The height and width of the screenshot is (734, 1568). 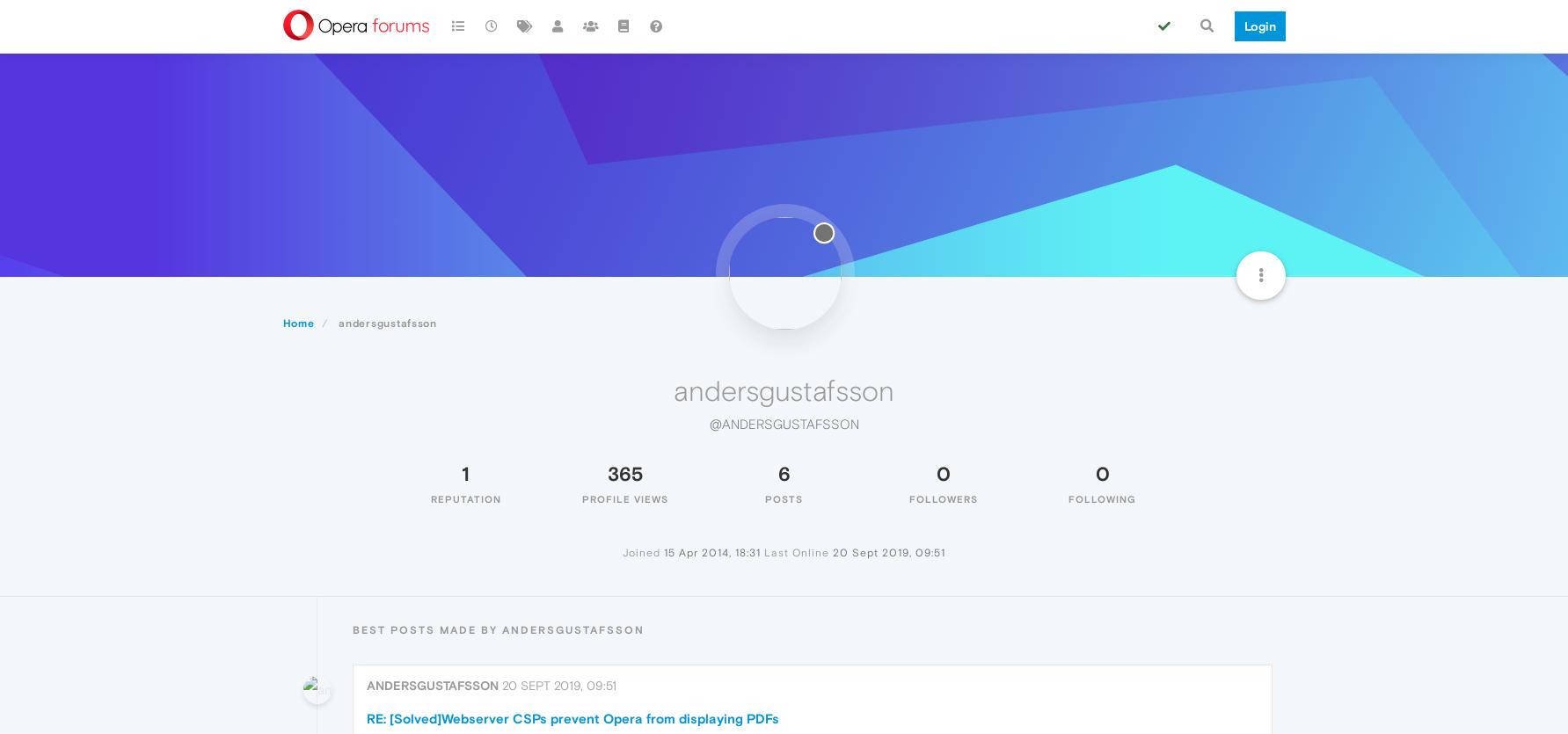 What do you see at coordinates (640, 551) in the screenshot?
I see `'Joined'` at bounding box center [640, 551].